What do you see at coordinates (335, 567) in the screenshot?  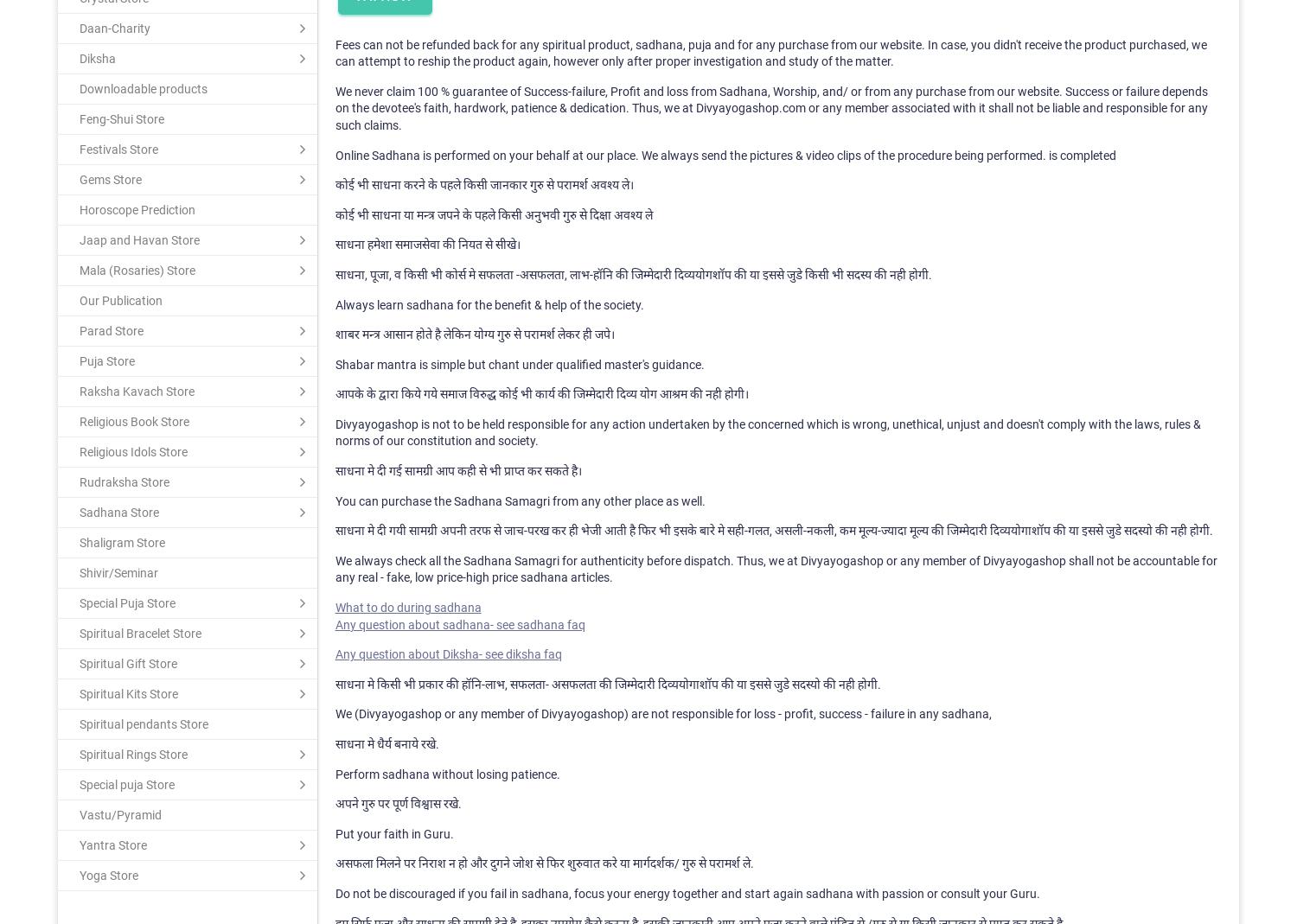 I see `'Thus, we at Divyayogashop 
          or any member of Divyayogashop shall not be accountable for any real -
          fake, low
          price-high price sadhana 
          articles.'` at bounding box center [335, 567].